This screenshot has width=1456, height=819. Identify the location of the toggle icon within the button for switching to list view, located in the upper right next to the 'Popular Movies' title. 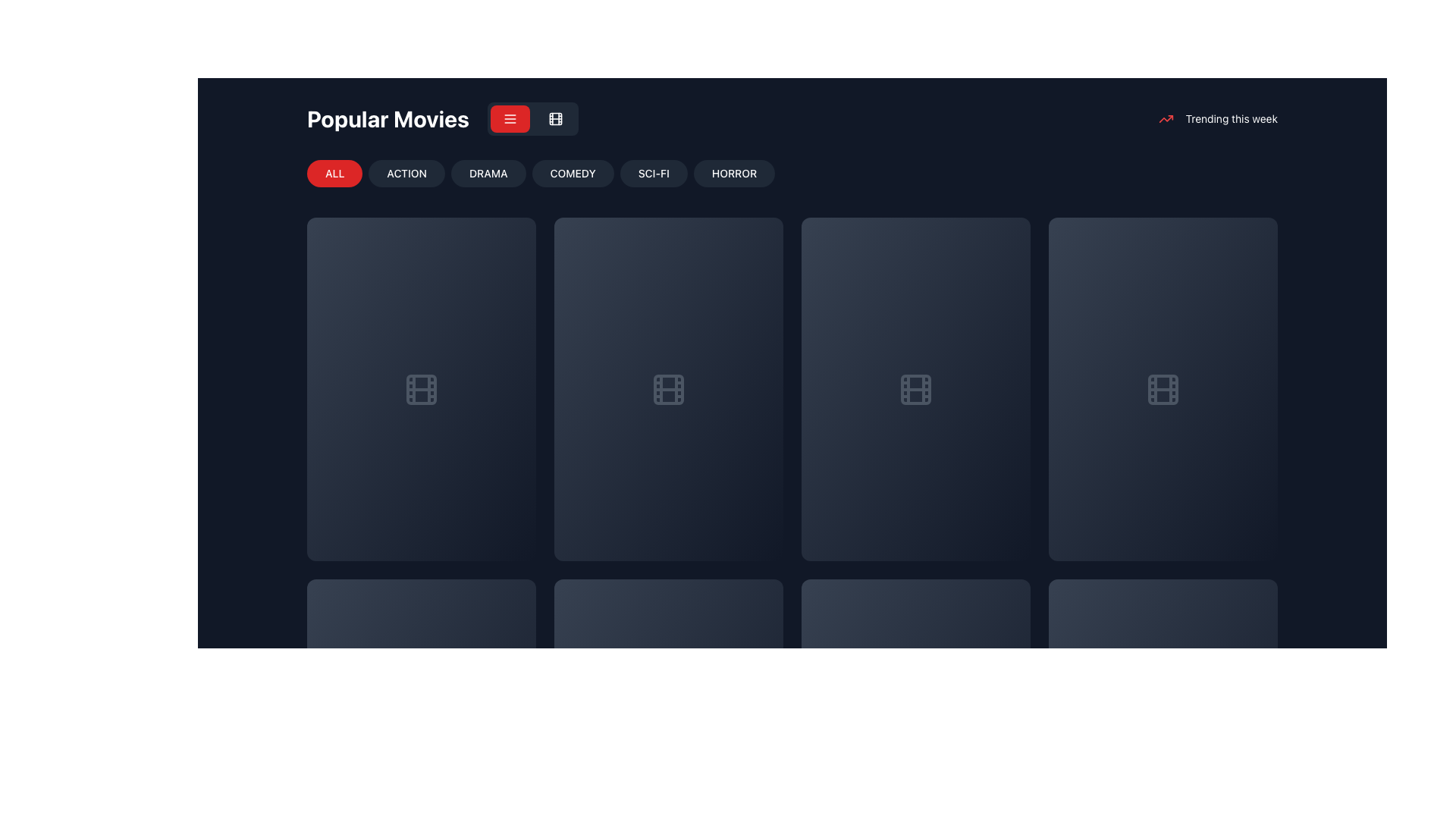
(510, 118).